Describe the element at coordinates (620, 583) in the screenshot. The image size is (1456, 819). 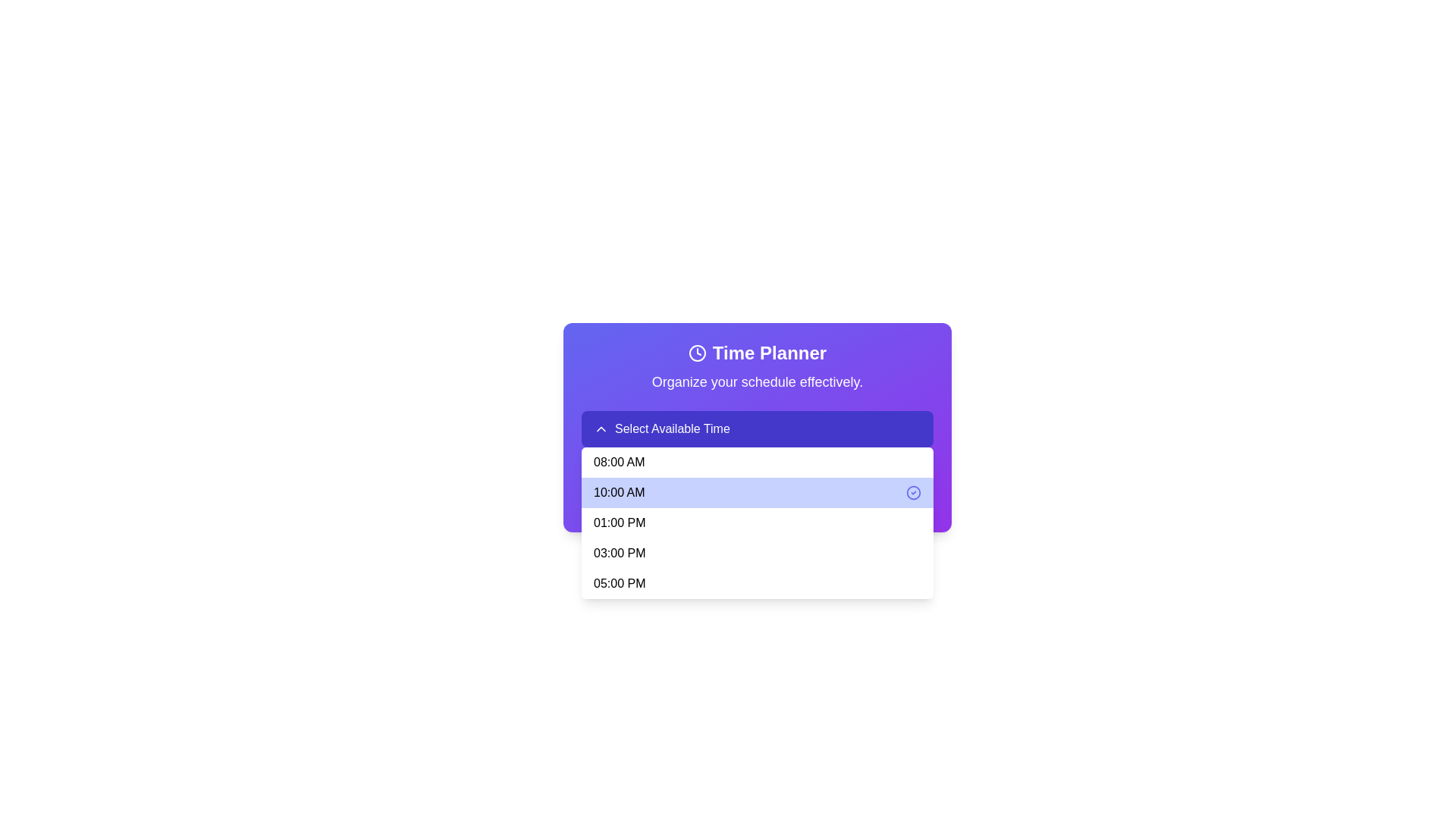
I see `the dropdown menu list item displaying '05:00 PM'` at that location.